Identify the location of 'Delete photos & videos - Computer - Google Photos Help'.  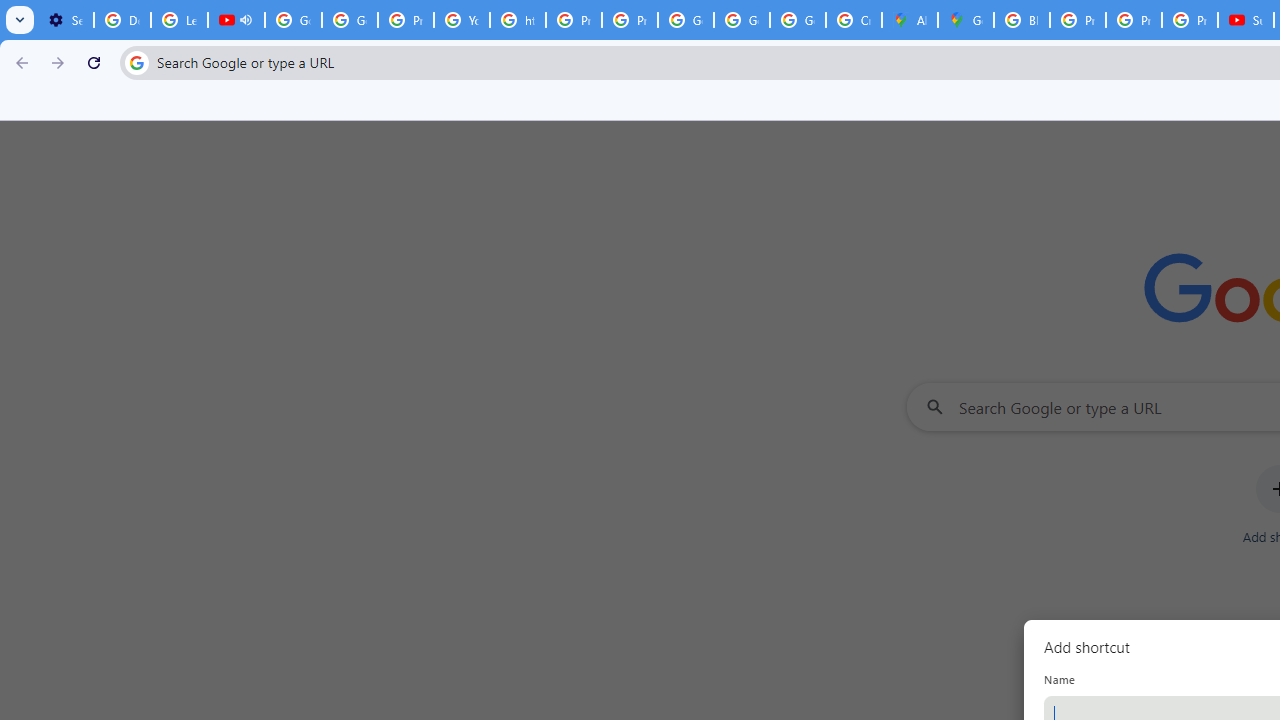
(121, 20).